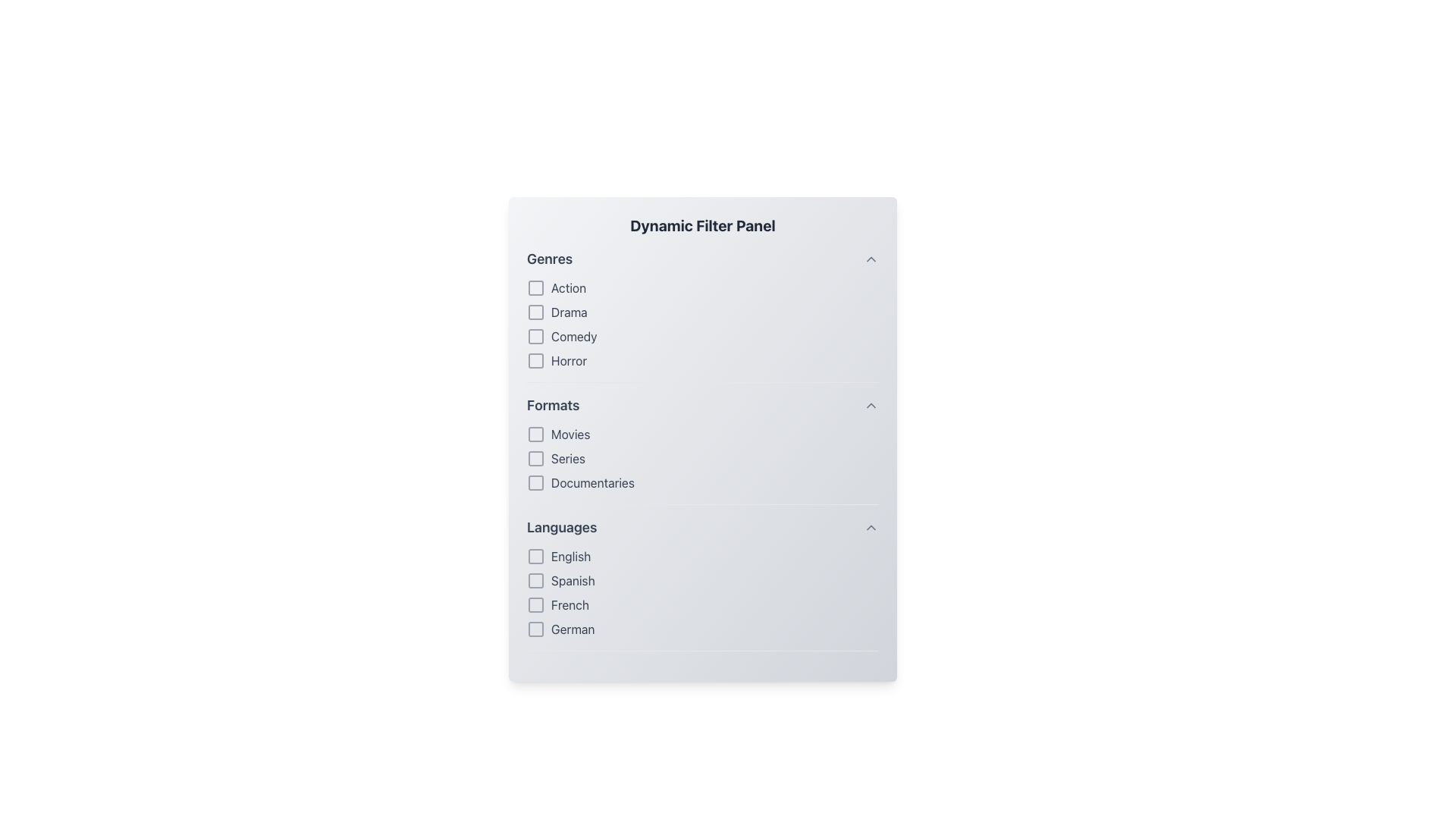  Describe the element at coordinates (701, 458) in the screenshot. I see `the 'Series' checkbox in the 'Formats' section` at that location.